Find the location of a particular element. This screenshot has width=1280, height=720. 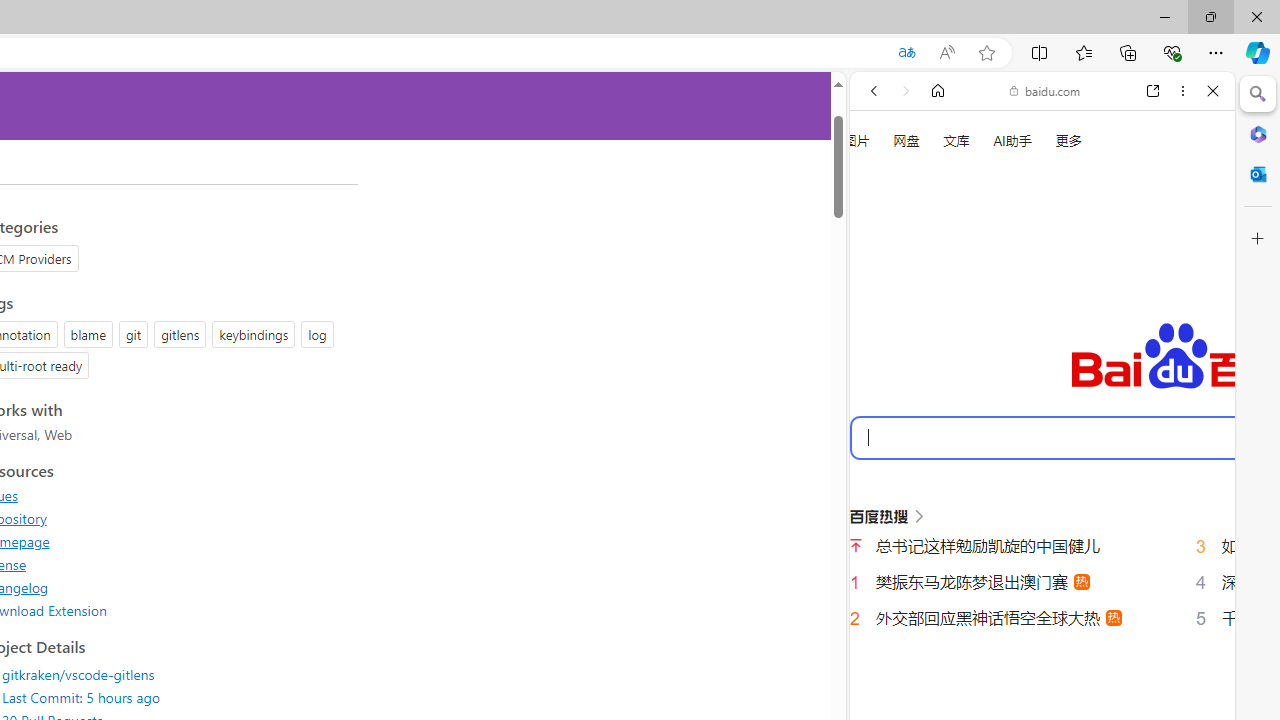

'Class: b_serphb' is located at coordinates (1190, 338).